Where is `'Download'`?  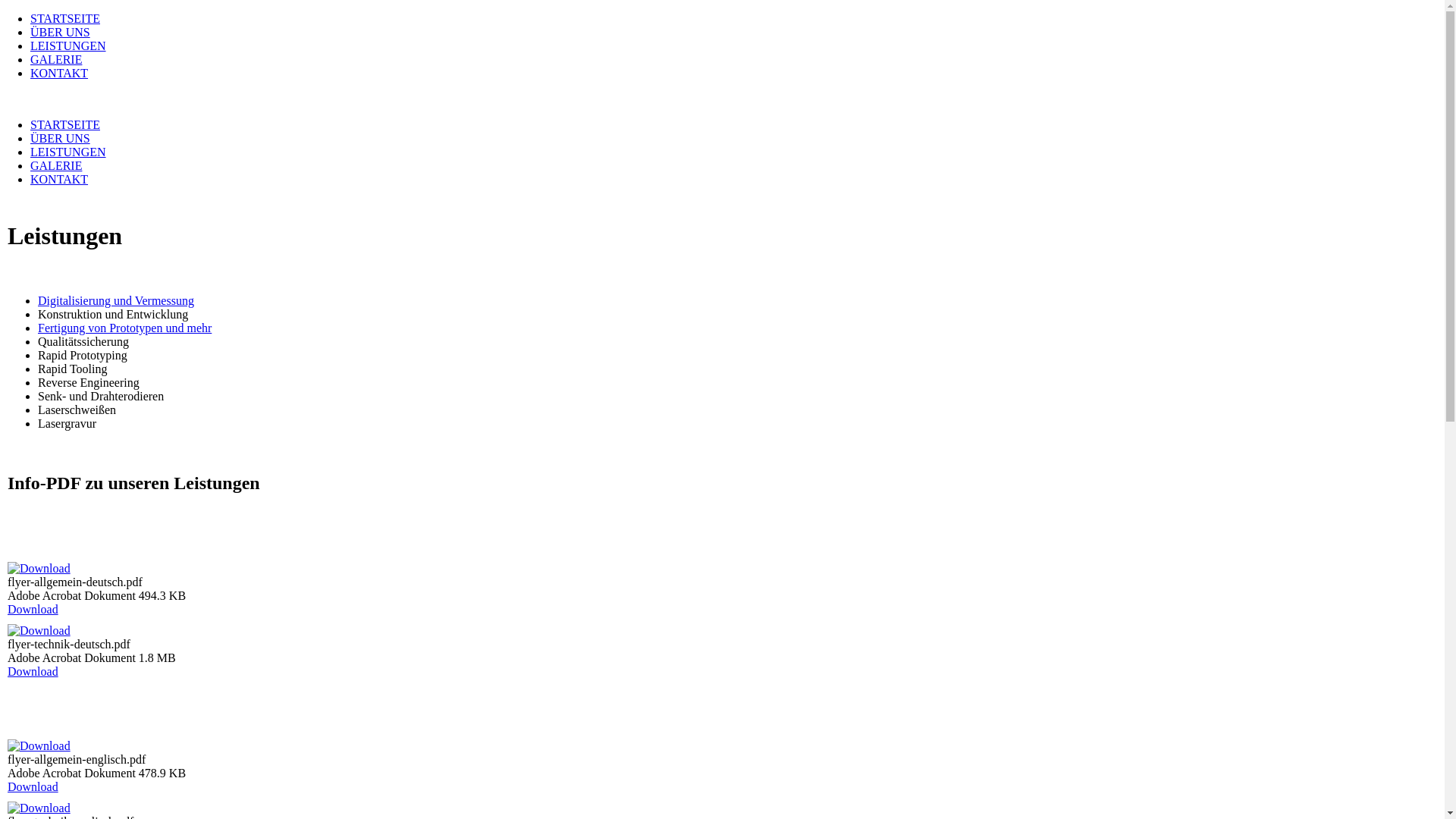
'Download' is located at coordinates (7, 608).